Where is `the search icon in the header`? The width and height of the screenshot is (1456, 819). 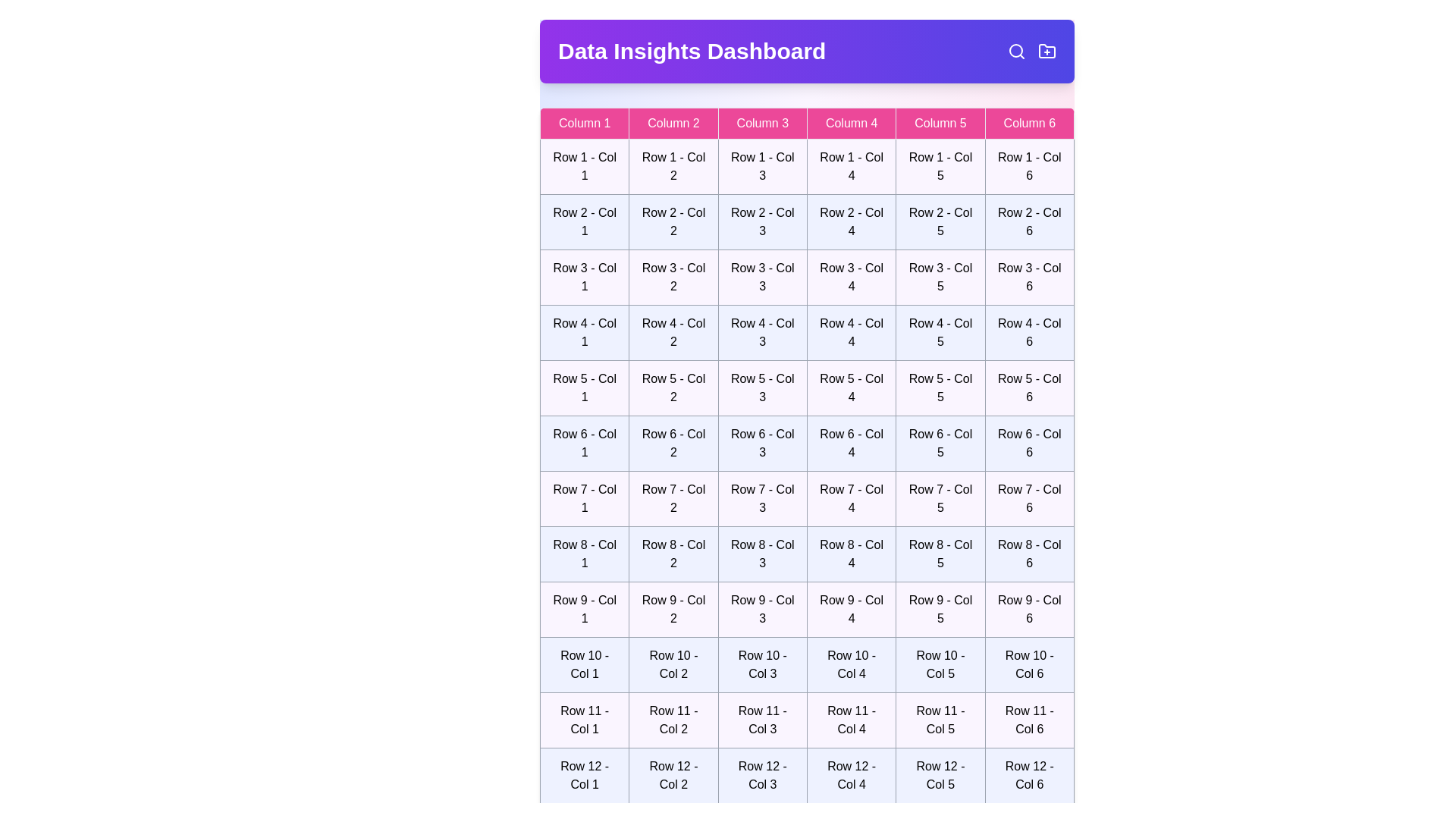 the search icon in the header is located at coordinates (1016, 51).